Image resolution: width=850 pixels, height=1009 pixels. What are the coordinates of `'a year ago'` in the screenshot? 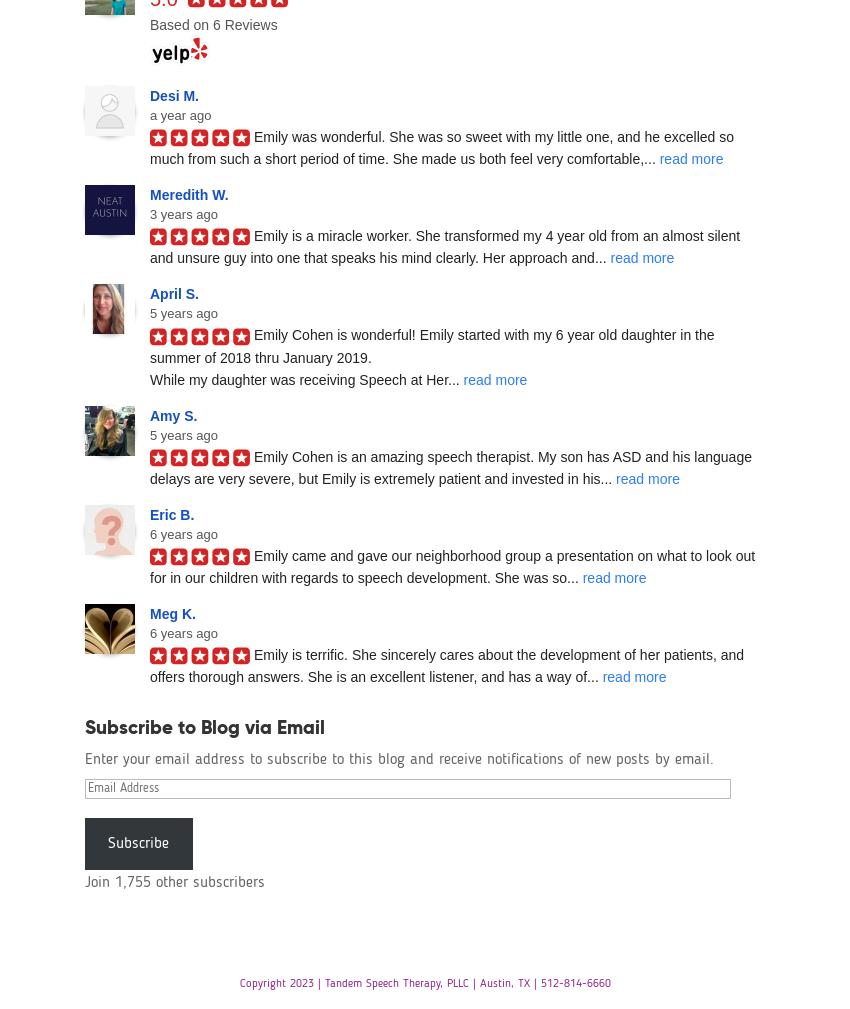 It's located at (179, 113).